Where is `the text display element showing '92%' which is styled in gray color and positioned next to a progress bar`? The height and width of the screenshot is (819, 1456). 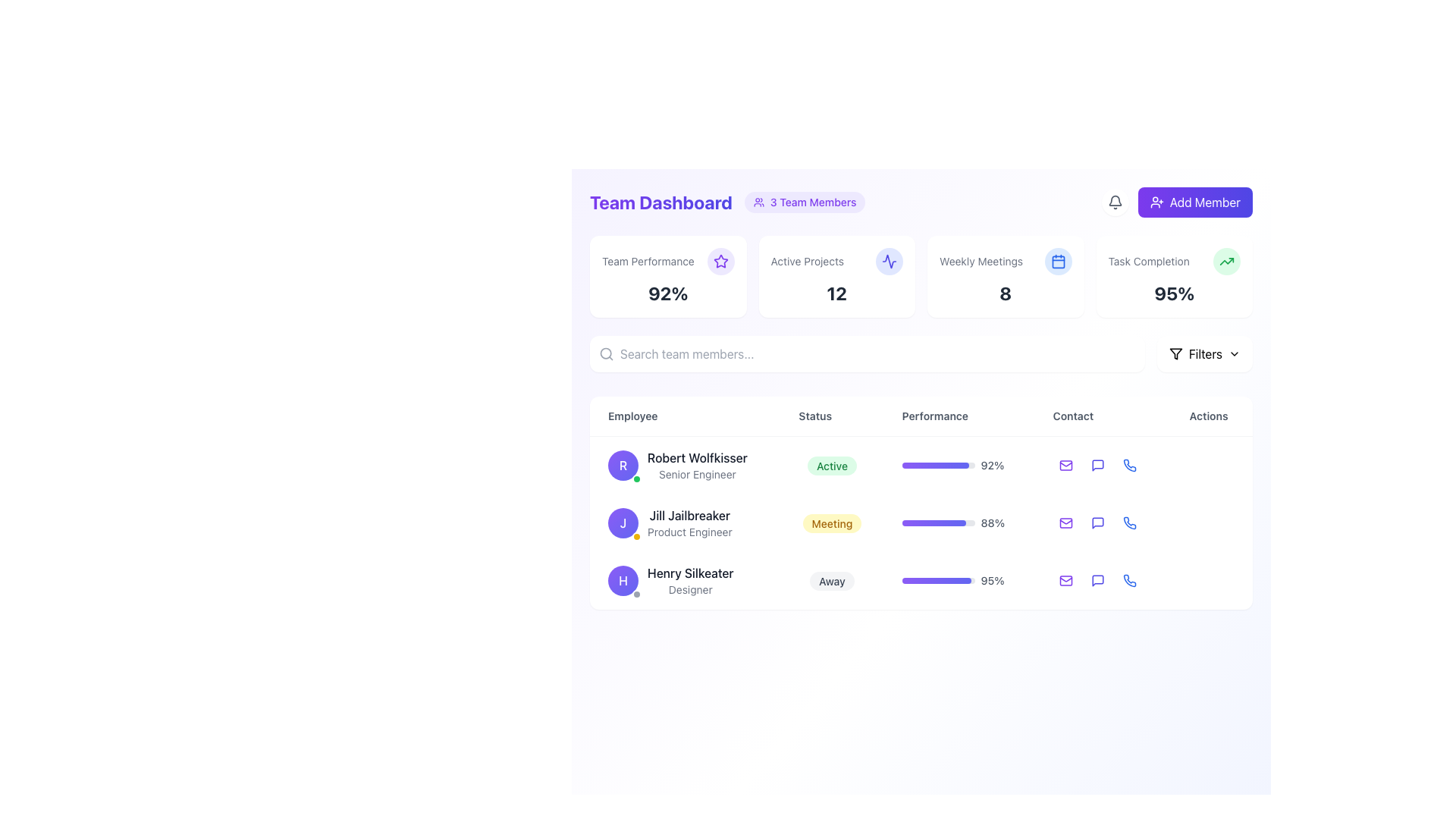 the text display element showing '92%' which is styled in gray color and positioned next to a progress bar is located at coordinates (993, 464).